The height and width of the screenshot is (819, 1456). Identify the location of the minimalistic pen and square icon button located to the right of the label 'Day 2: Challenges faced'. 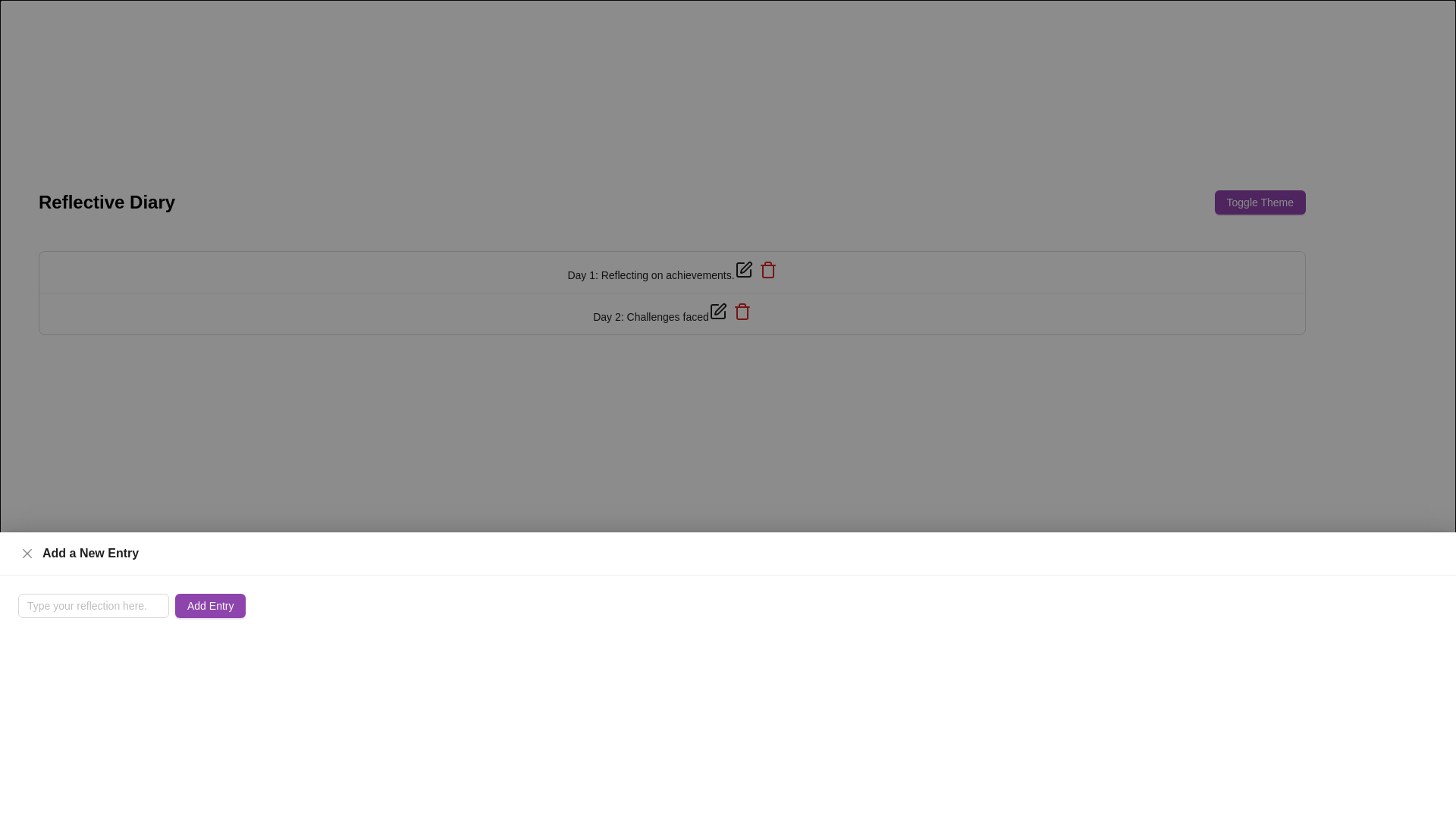
(717, 311).